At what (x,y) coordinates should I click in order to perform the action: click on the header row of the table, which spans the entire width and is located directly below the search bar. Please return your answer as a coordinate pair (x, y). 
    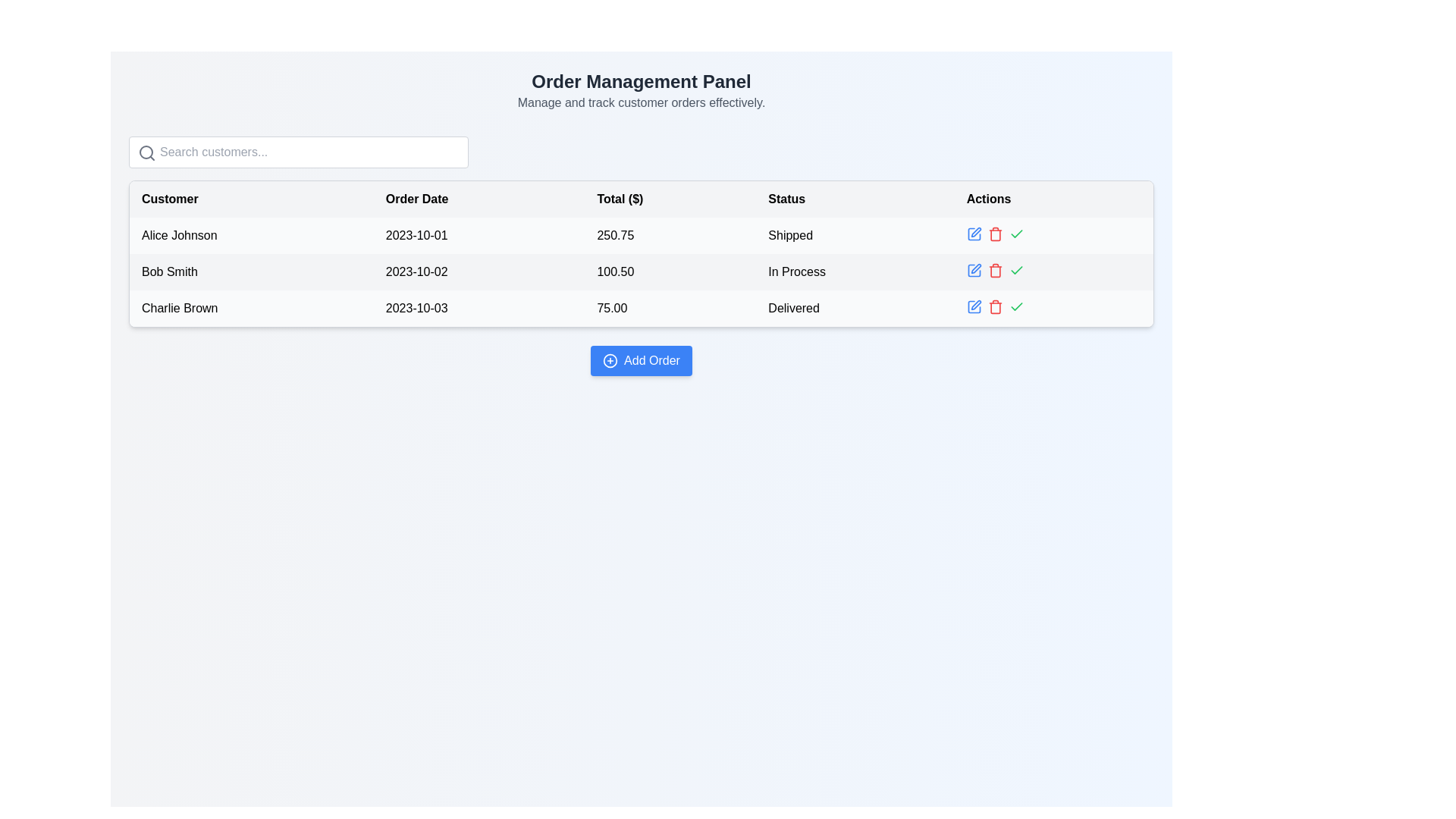
    Looking at the image, I should click on (641, 198).